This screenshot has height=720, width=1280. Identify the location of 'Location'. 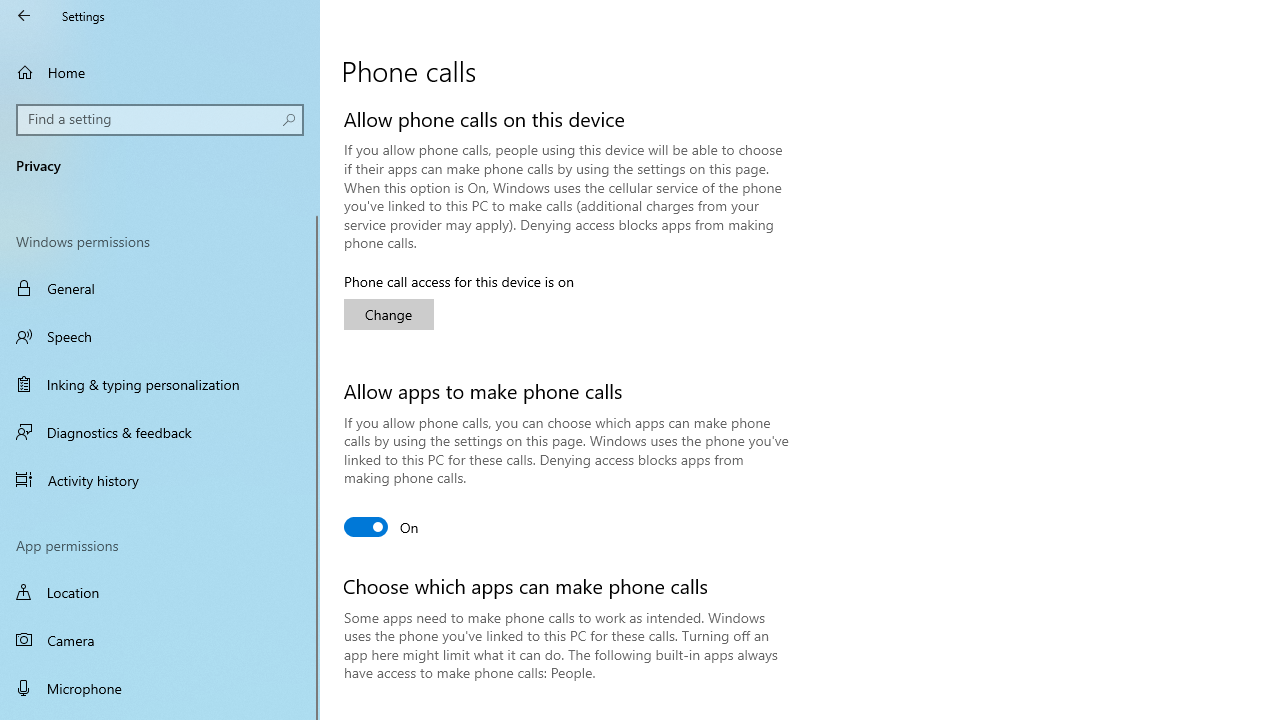
(160, 591).